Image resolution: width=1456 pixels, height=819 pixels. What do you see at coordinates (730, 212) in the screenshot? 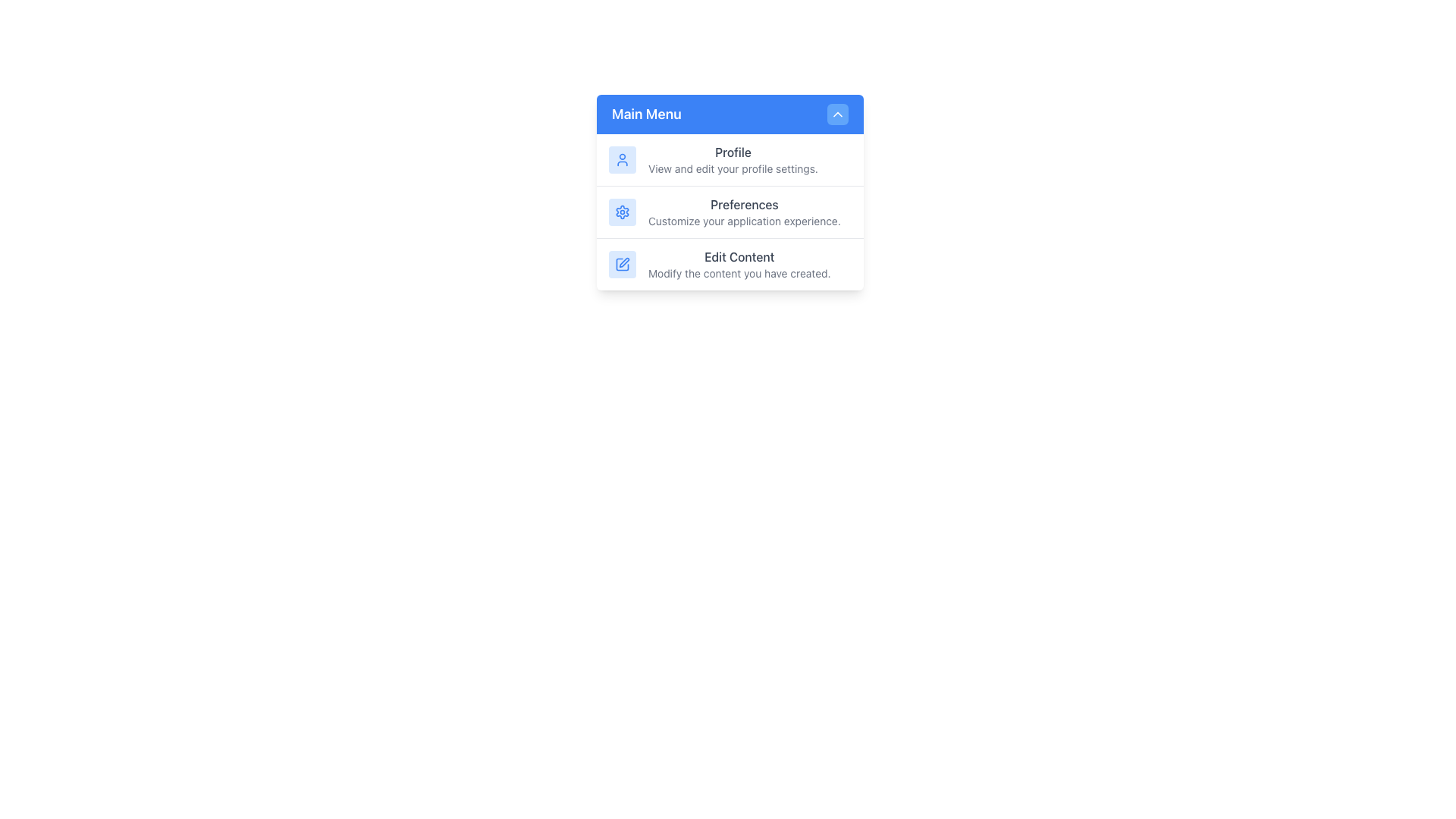
I see `the 'Preferences' list item in the 'Main Menu' dialog box` at bounding box center [730, 212].